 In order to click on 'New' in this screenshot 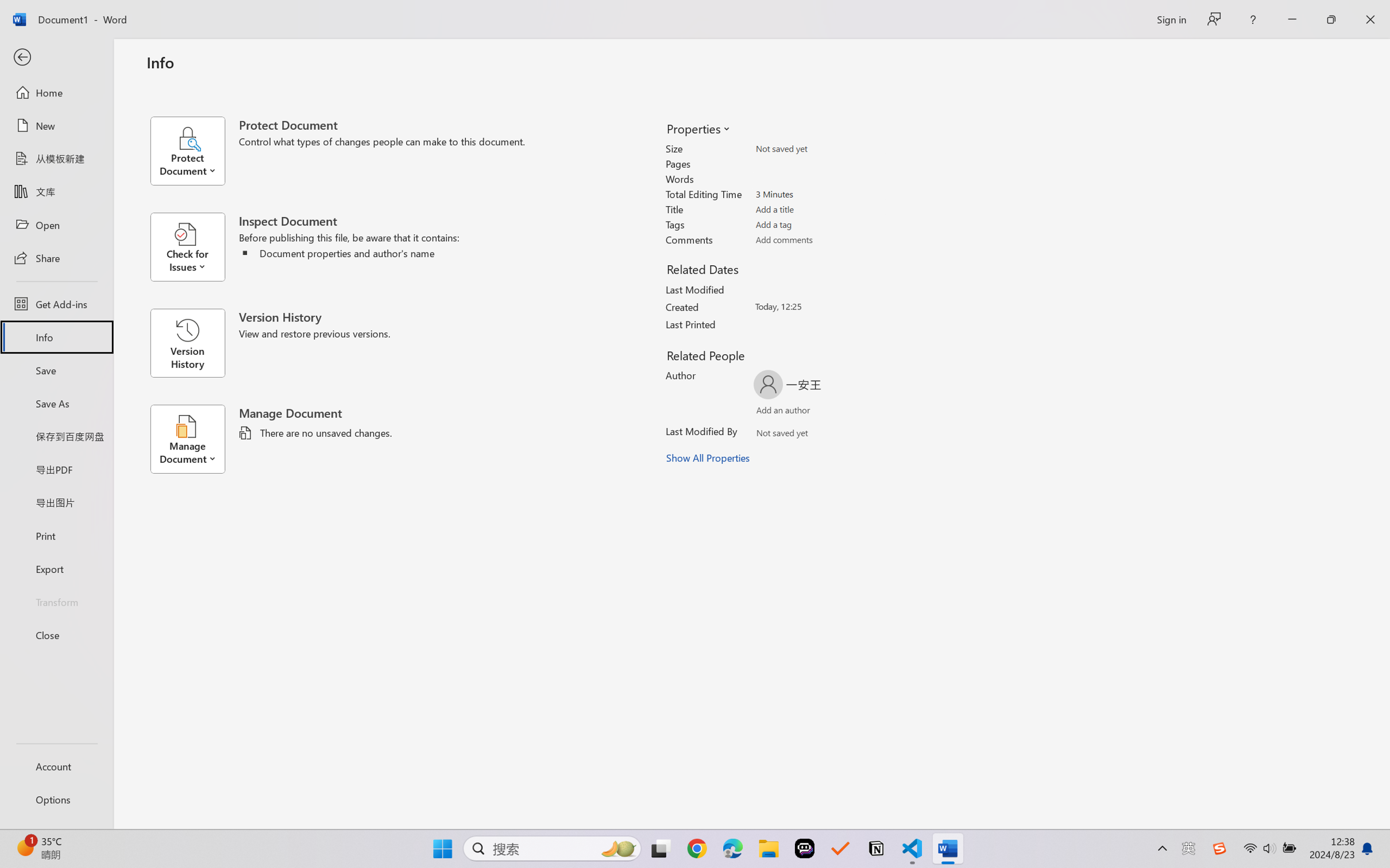, I will do `click(56, 125)`.